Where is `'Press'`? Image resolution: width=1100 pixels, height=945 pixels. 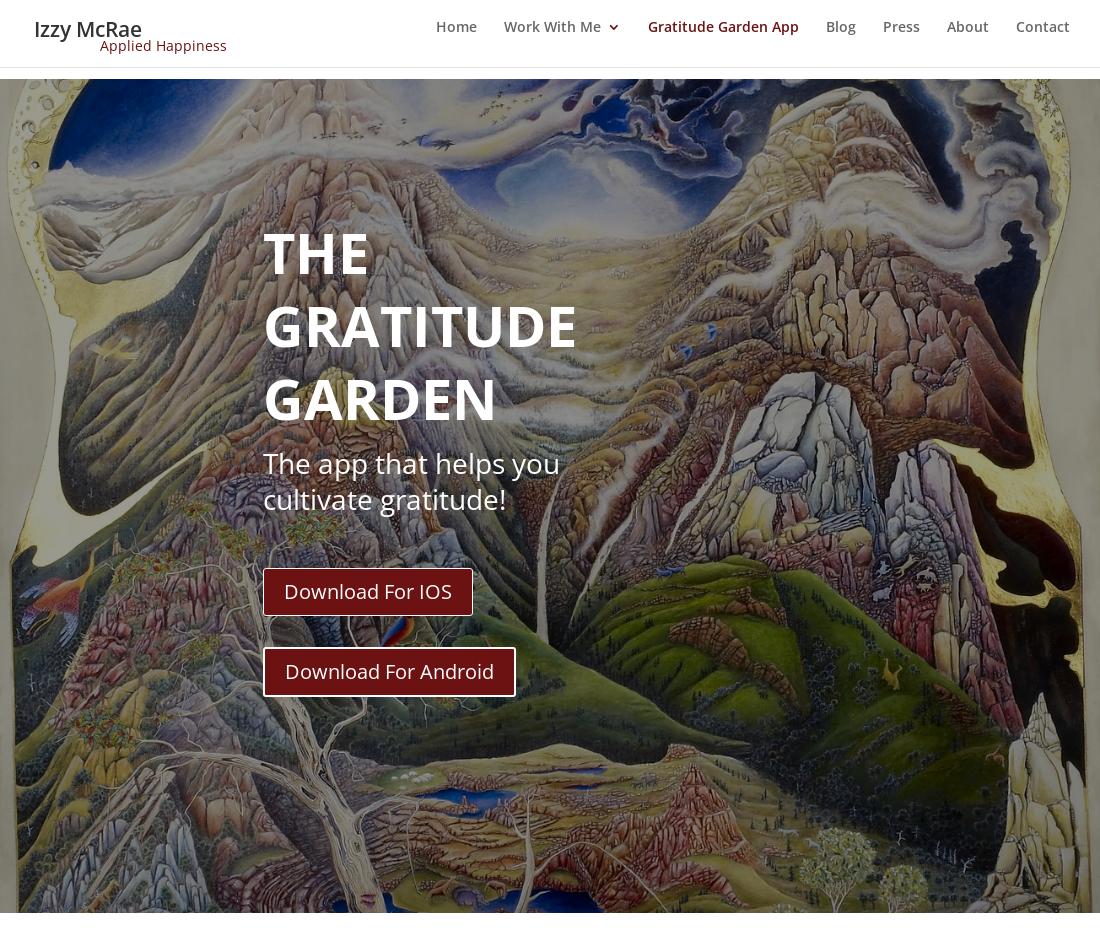 'Press' is located at coordinates (901, 39).